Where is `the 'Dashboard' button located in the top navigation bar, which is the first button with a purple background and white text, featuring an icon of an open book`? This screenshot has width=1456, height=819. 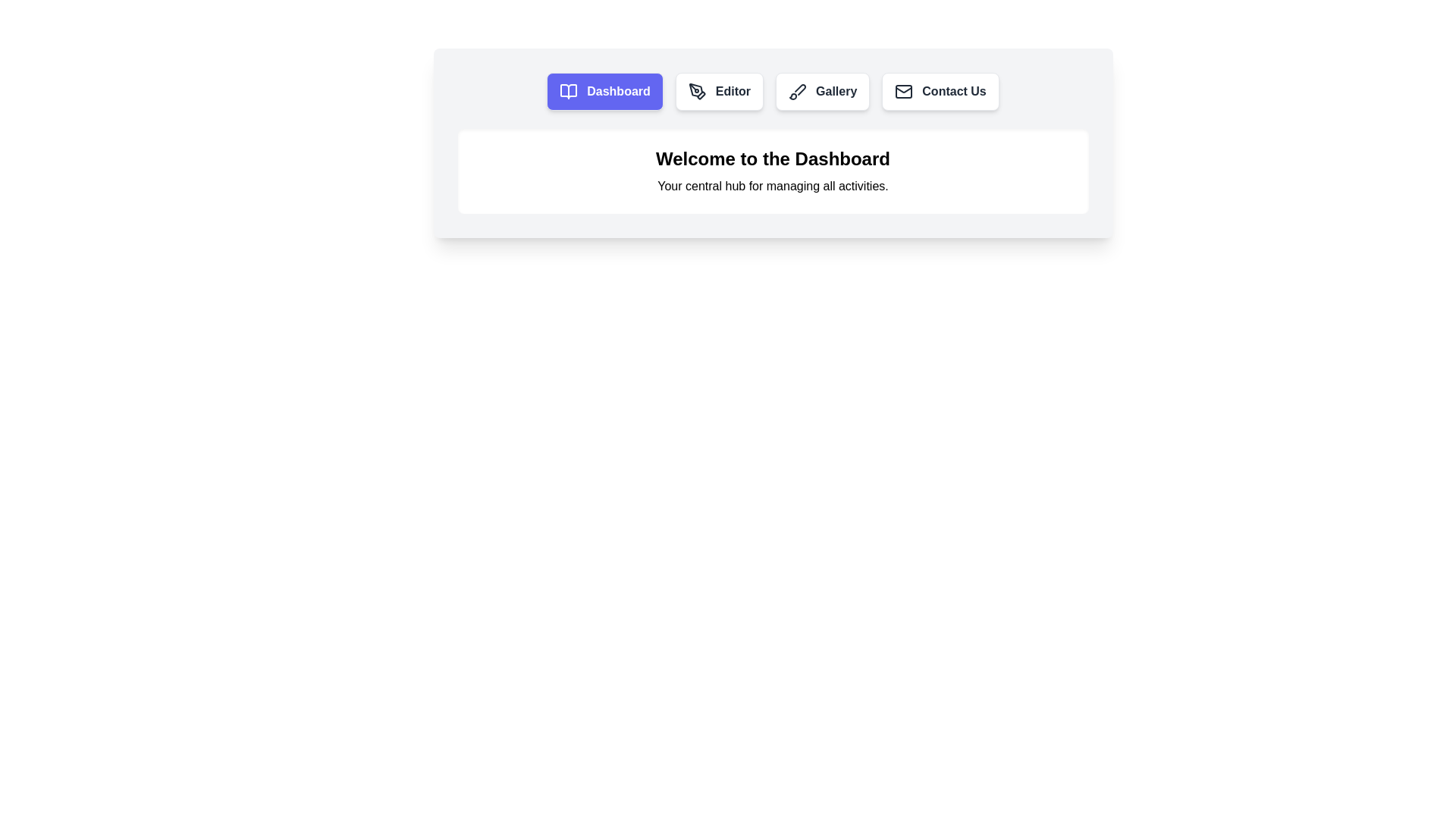
the 'Dashboard' button located in the top navigation bar, which is the first button with a purple background and white text, featuring an icon of an open book is located at coordinates (604, 91).